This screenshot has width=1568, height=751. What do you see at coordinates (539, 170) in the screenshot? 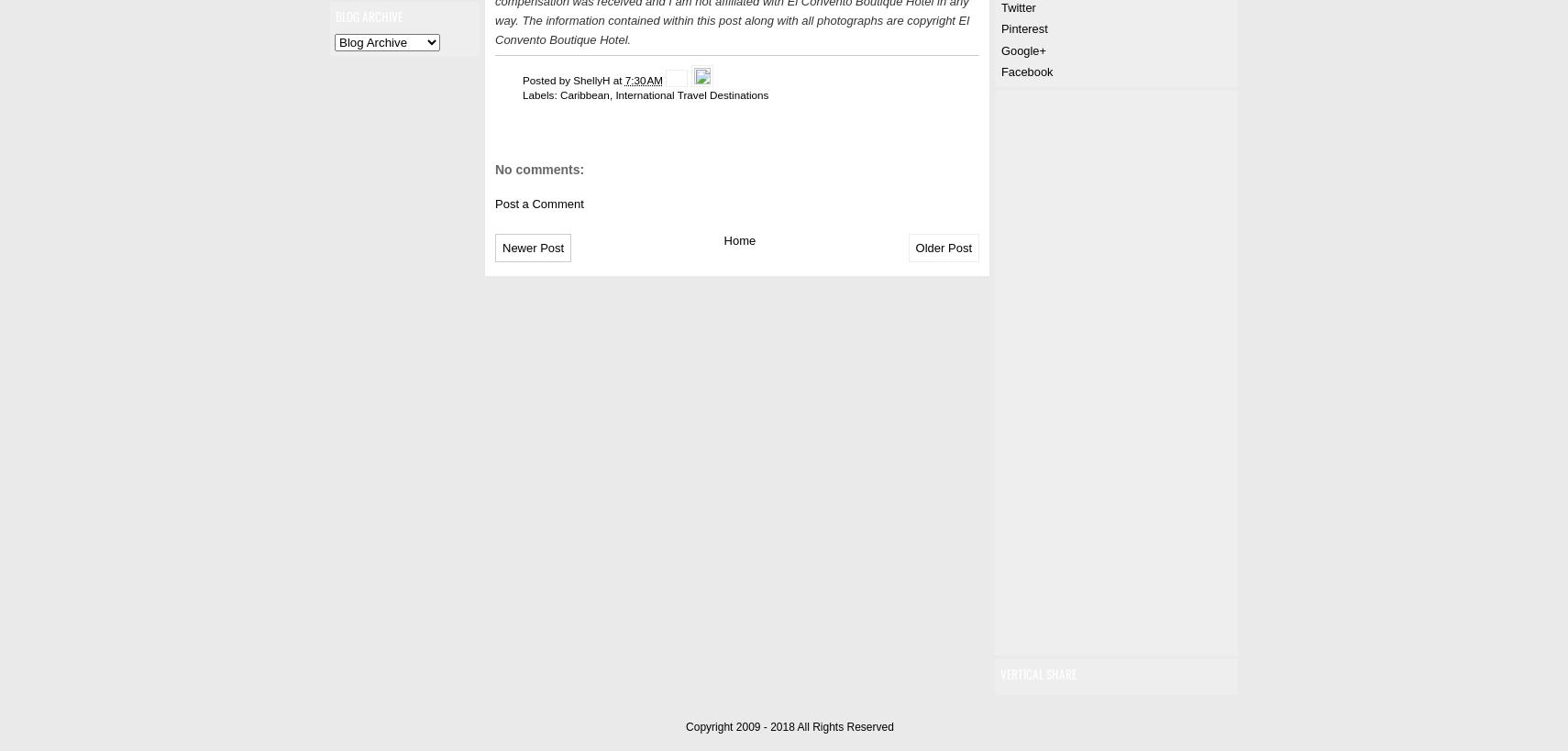
I see `'No comments:'` at bounding box center [539, 170].